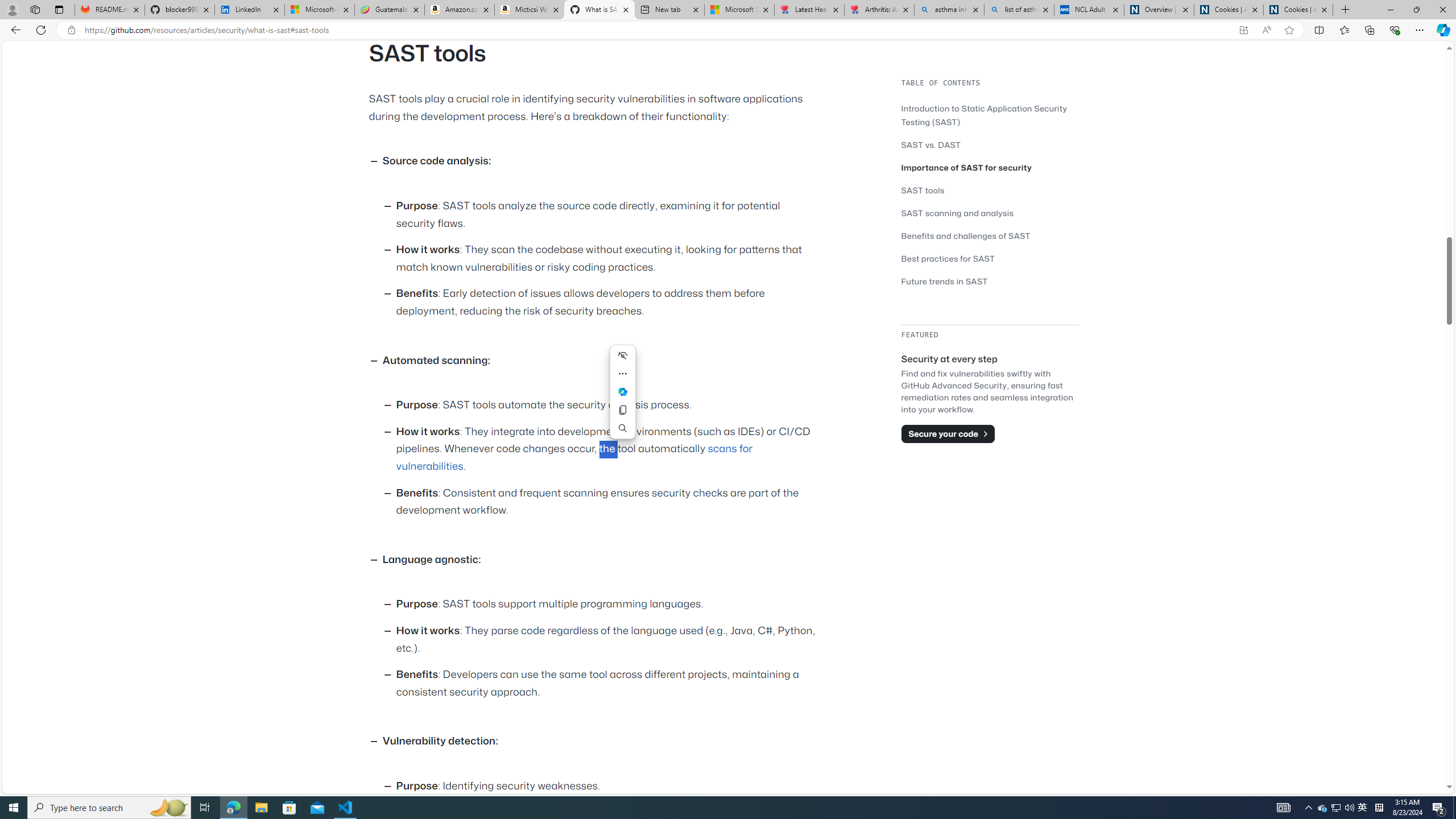 This screenshot has height=819, width=1456. Describe the element at coordinates (923, 189) in the screenshot. I see `'SAST tools'` at that location.